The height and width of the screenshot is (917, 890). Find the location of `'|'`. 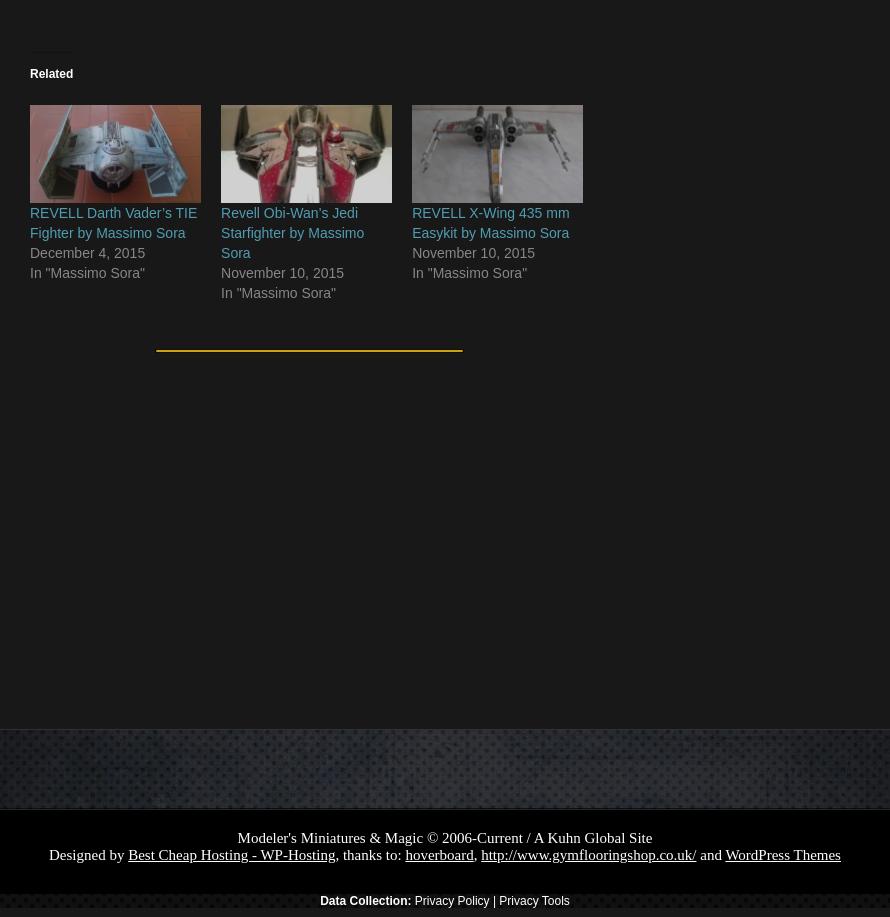

'|' is located at coordinates (494, 900).